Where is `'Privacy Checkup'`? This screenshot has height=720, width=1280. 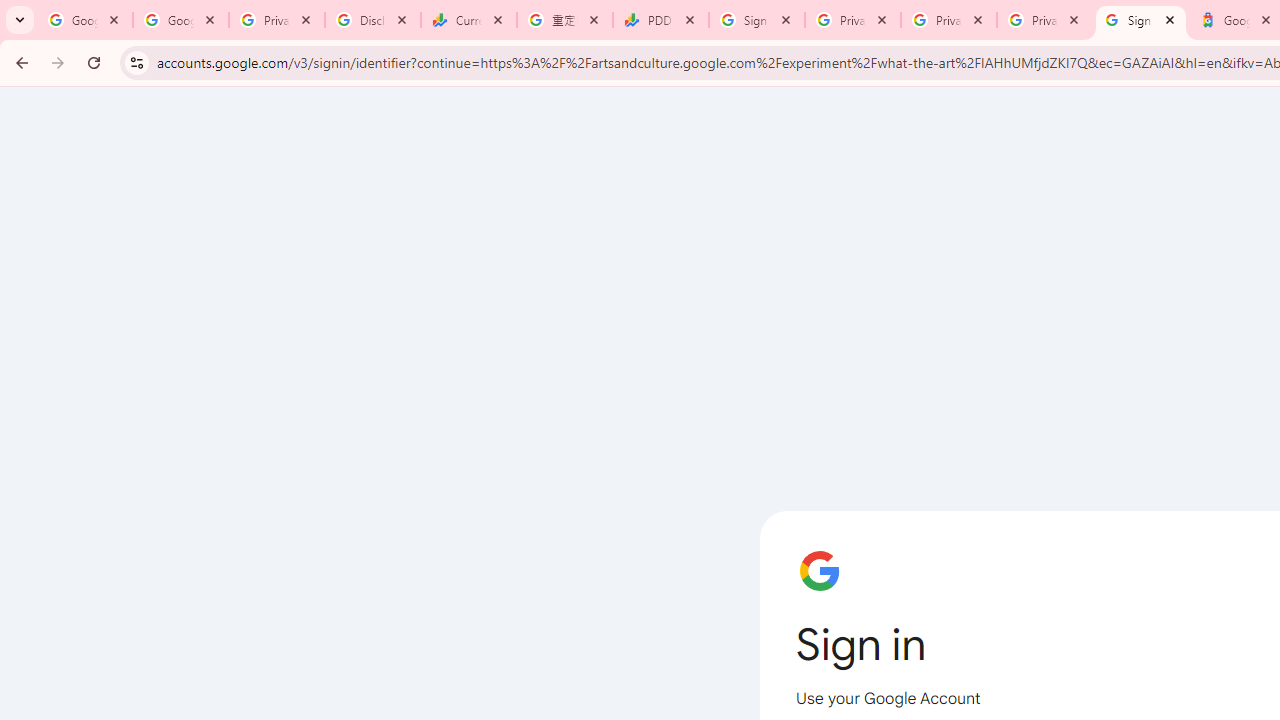 'Privacy Checkup' is located at coordinates (948, 20).